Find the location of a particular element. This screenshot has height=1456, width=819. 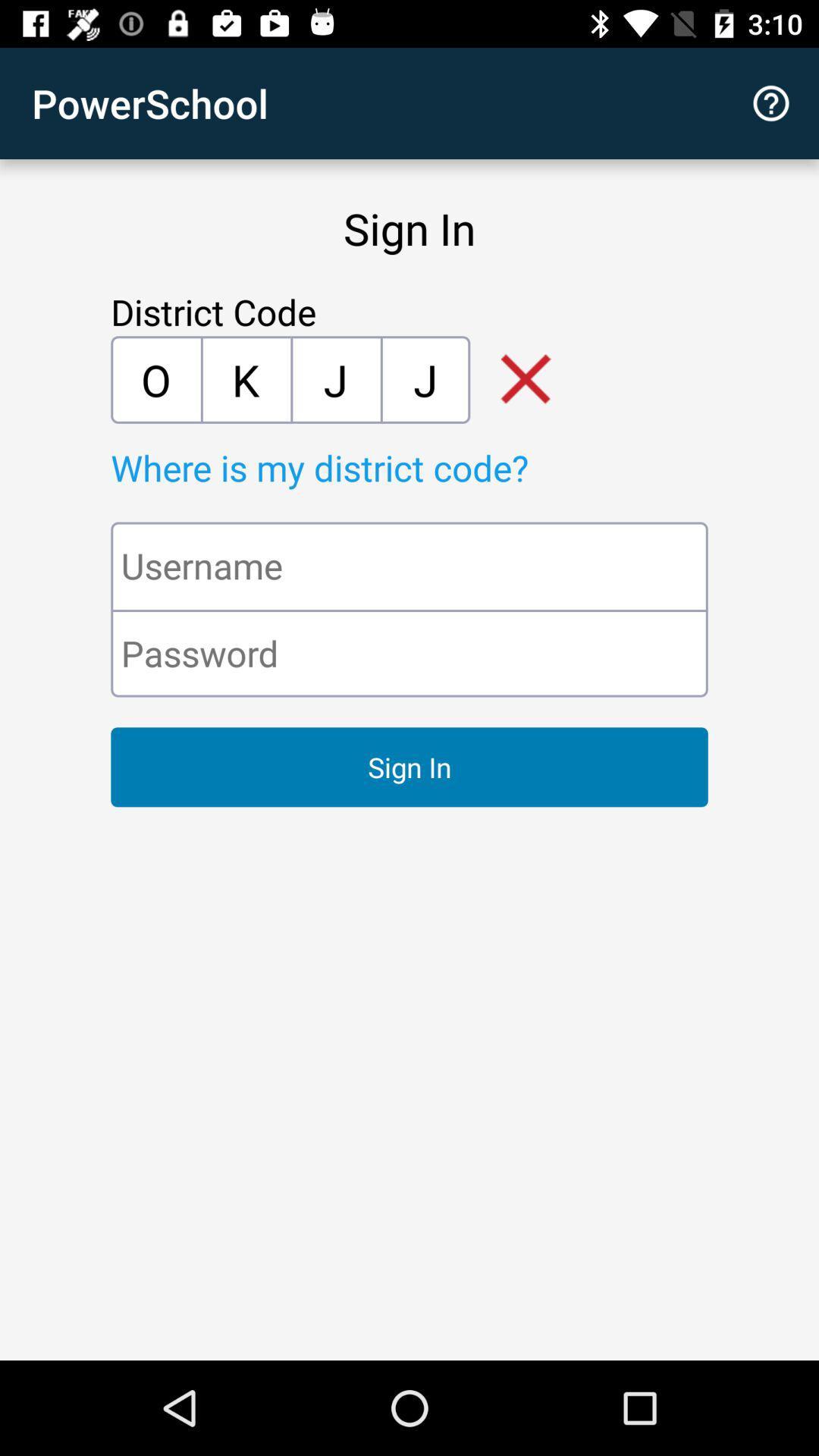

password info is located at coordinates (409, 653).